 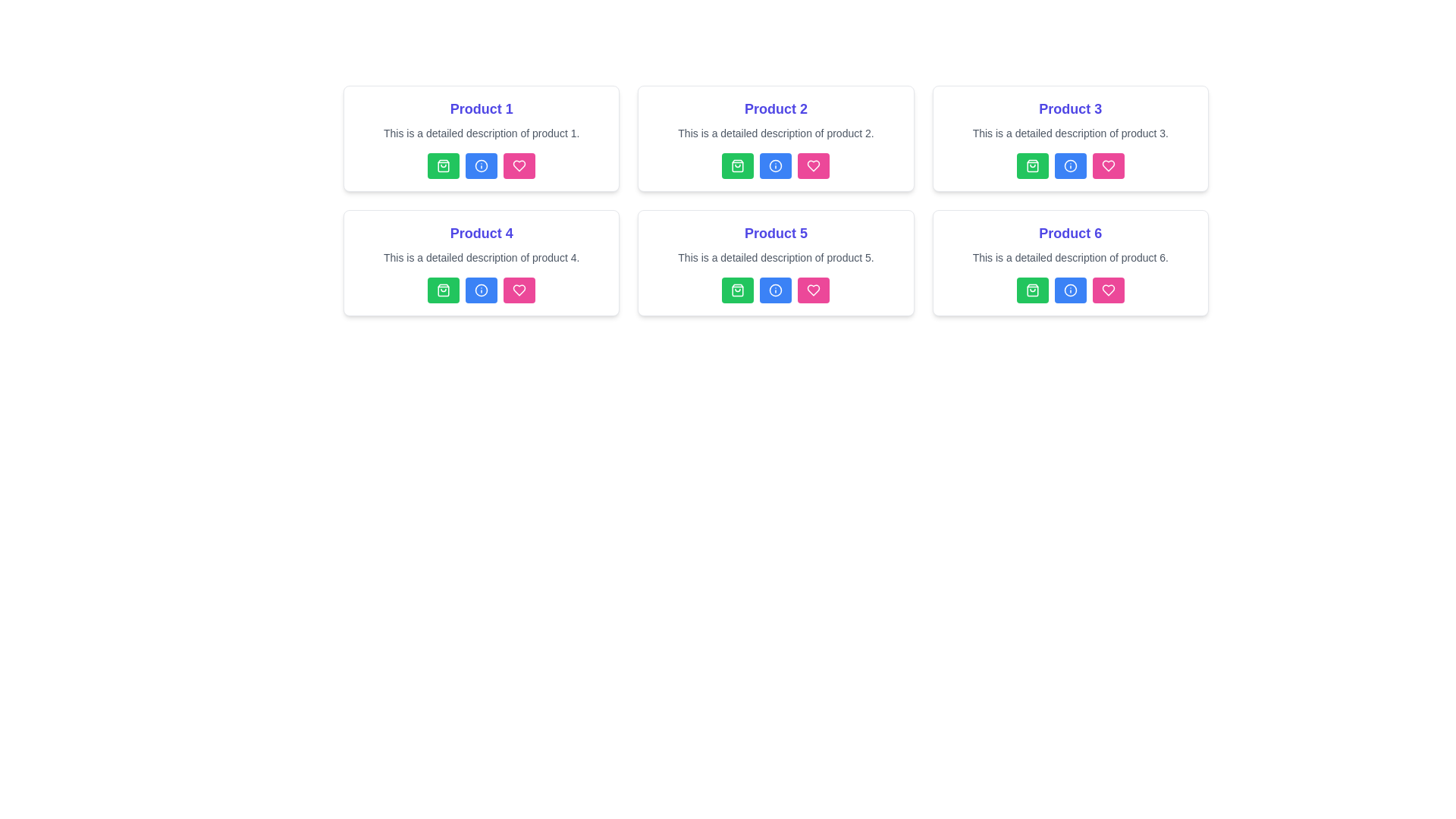 What do you see at coordinates (776, 290) in the screenshot?
I see `the circular interactive icon with an outlined information symbol ('i') inside, located in the fifth product card, second column of the third row` at bounding box center [776, 290].